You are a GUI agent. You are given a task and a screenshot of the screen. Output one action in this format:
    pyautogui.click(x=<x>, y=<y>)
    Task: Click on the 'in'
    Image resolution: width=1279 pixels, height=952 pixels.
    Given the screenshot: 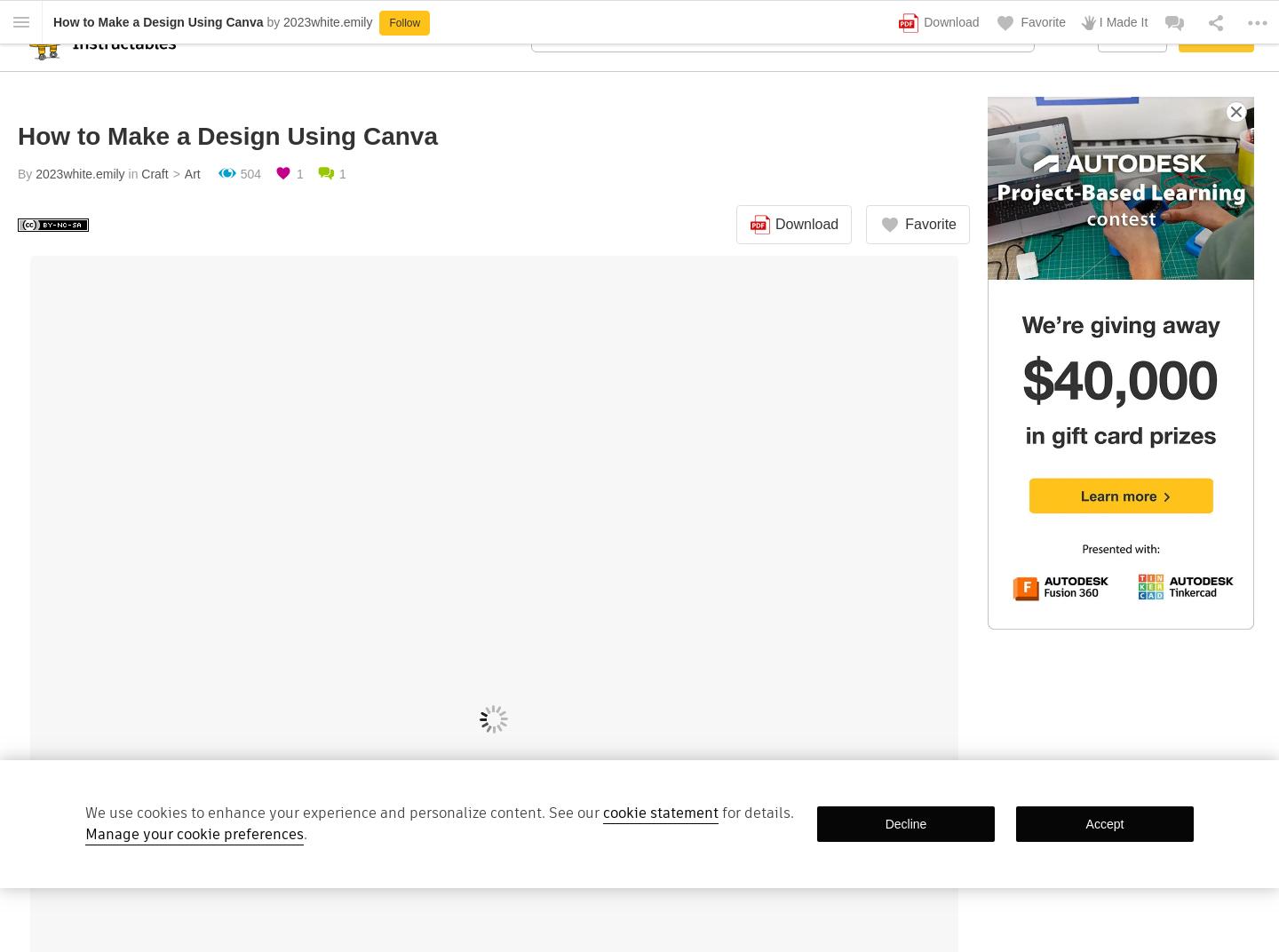 What is the action you would take?
    pyautogui.click(x=131, y=172)
    